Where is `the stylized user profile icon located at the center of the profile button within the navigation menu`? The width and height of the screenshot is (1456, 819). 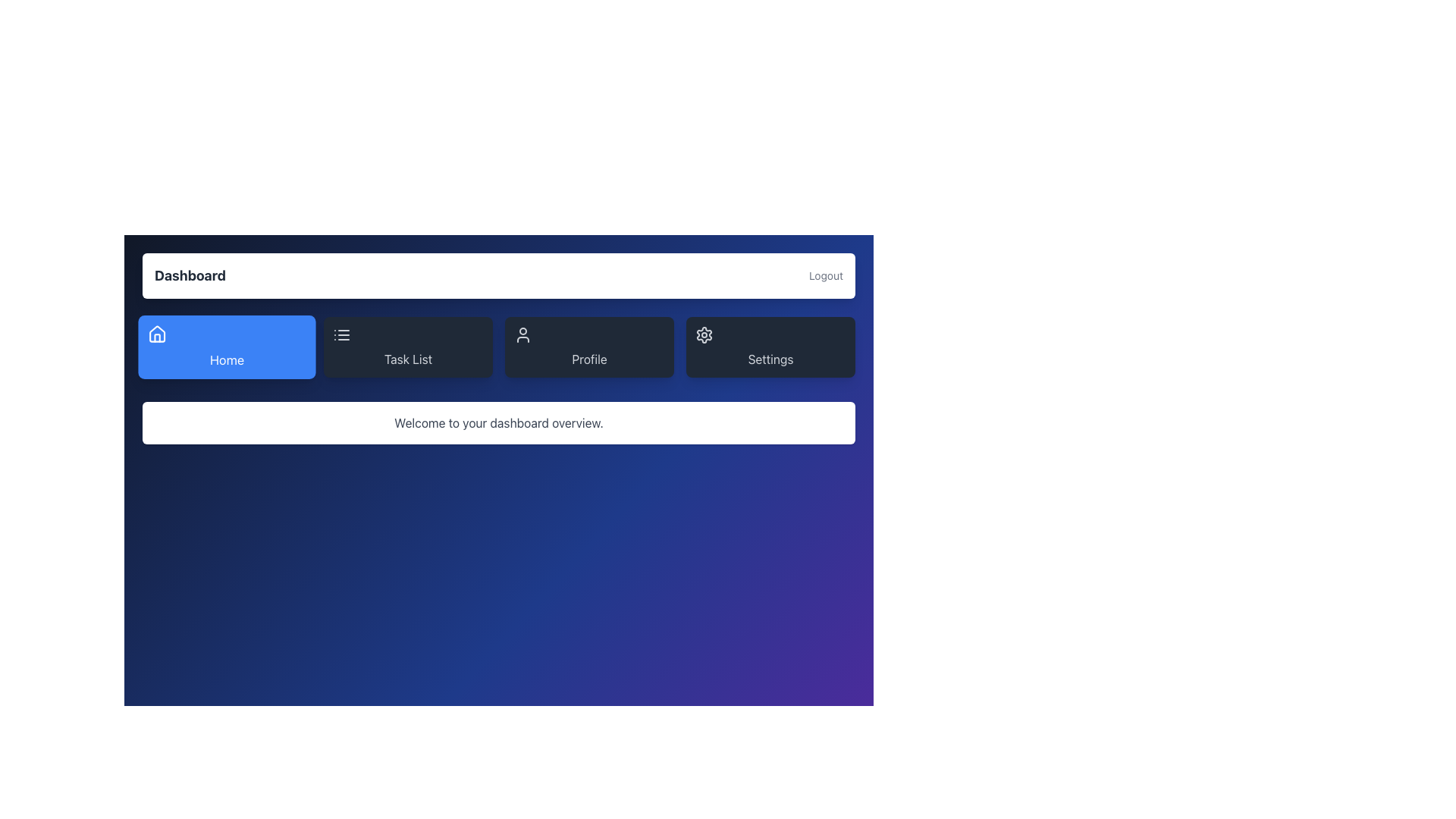 the stylized user profile icon located at the center of the profile button within the navigation menu is located at coordinates (523, 334).